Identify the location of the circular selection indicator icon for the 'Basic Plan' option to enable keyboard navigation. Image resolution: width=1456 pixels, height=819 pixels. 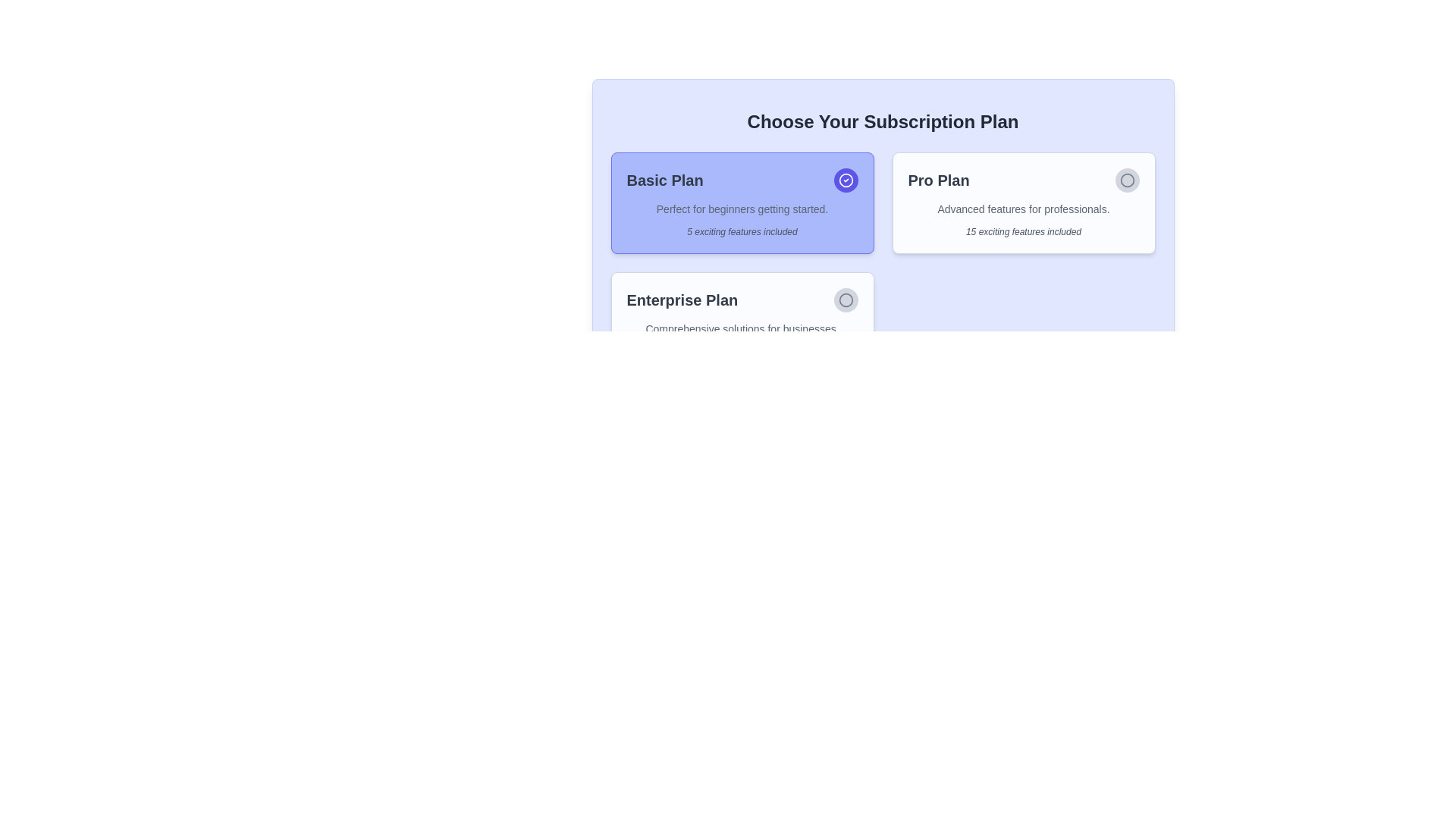
(845, 300).